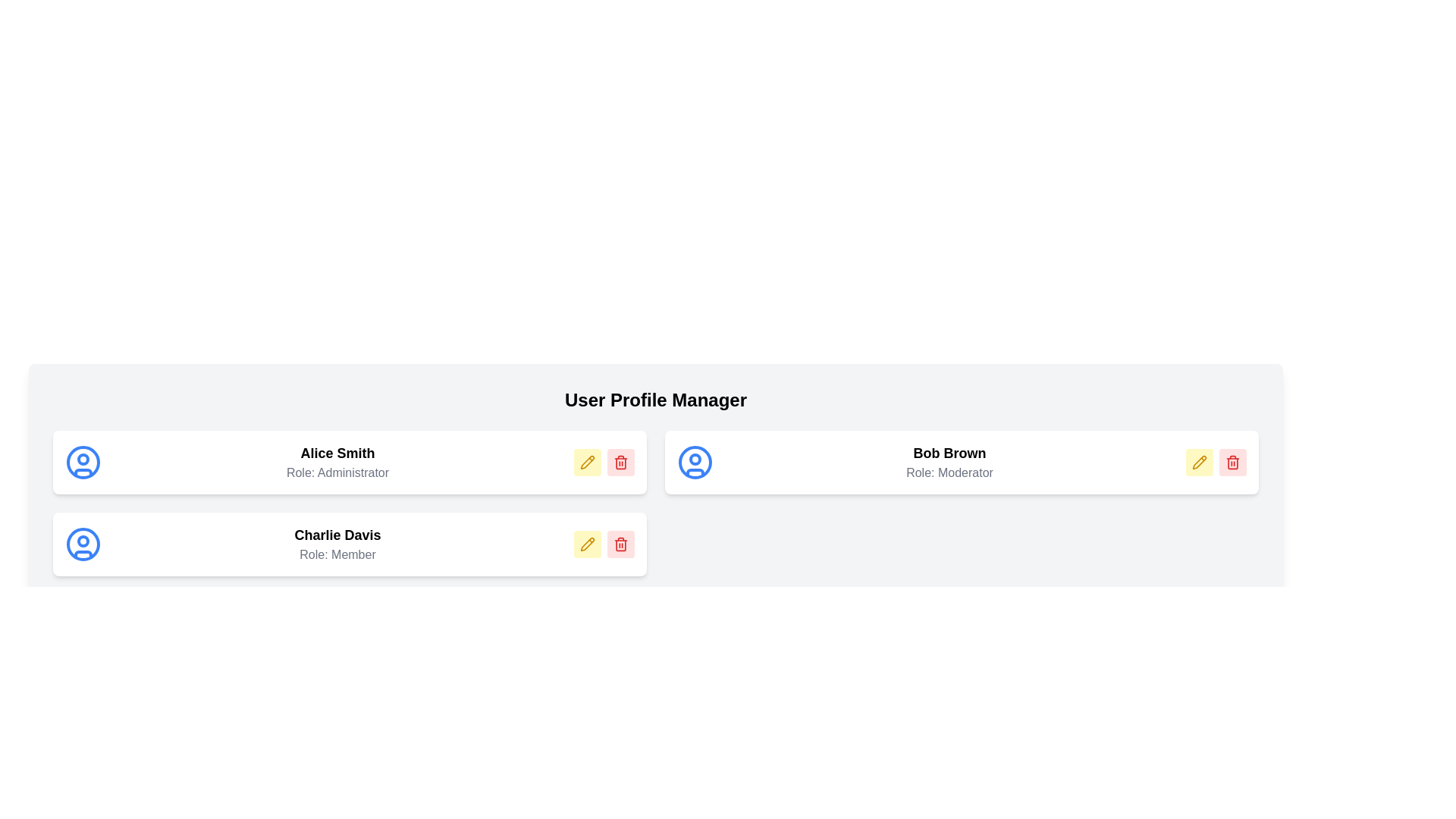 Image resolution: width=1456 pixels, height=819 pixels. I want to click on the circular user profile icon with a blue outline located at the top right of the card next to the text 'Bob Brown Role: Moderator', so click(694, 461).